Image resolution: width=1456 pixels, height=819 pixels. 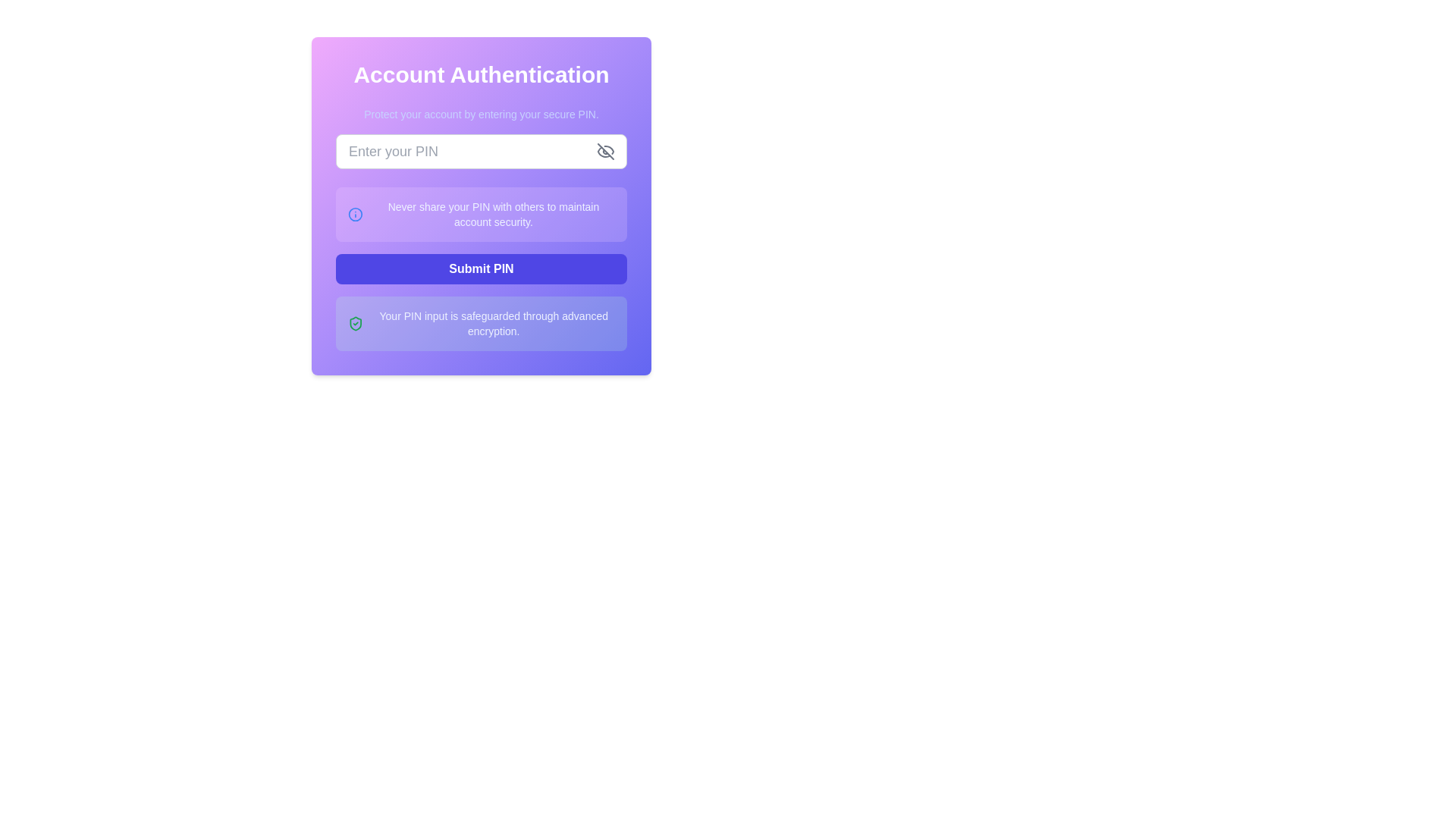 What do you see at coordinates (493, 214) in the screenshot?
I see `the text label that reads 'Never share your PIN with others to maintain account security', which is centered below the PIN input field and above the Submit button, with a slightly transparent lavender background` at bounding box center [493, 214].